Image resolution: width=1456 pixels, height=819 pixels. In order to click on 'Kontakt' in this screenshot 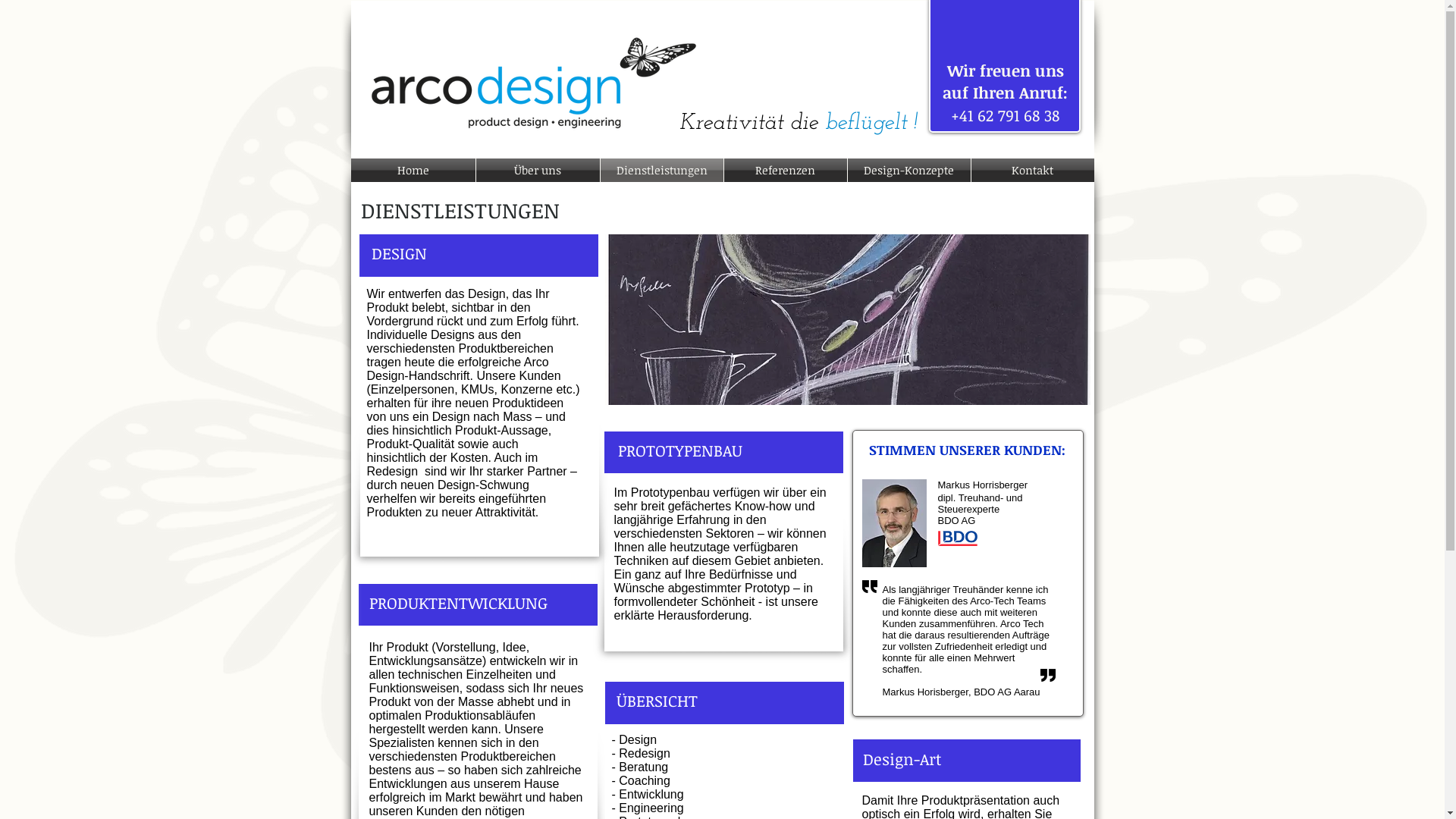, I will do `click(1031, 170)`.